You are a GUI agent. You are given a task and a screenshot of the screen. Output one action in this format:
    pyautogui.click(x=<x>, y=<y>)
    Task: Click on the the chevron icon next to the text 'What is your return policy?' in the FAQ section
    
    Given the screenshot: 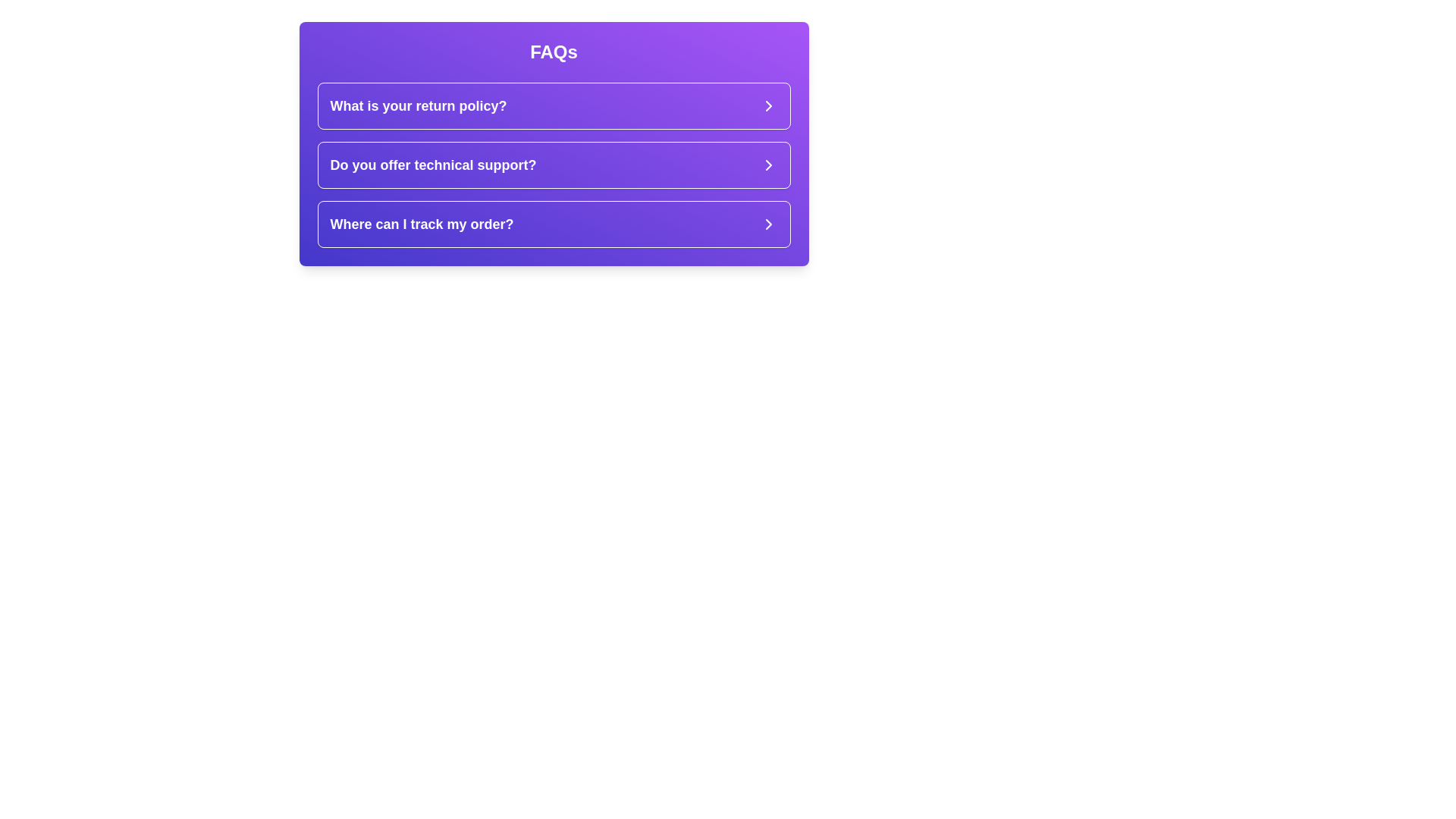 What is the action you would take?
    pyautogui.click(x=768, y=105)
    